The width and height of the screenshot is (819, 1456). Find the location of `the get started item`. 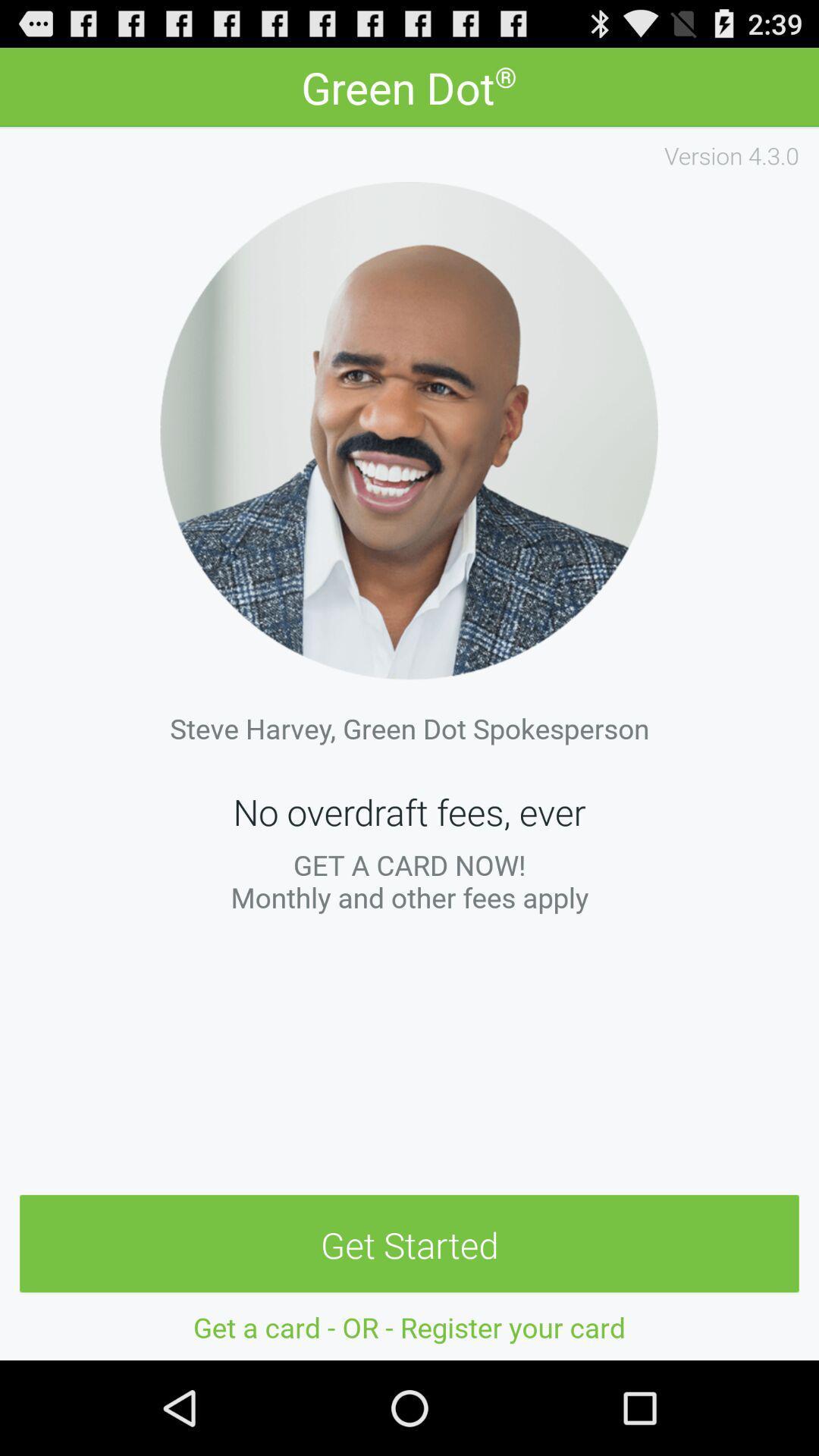

the get started item is located at coordinates (409, 1244).